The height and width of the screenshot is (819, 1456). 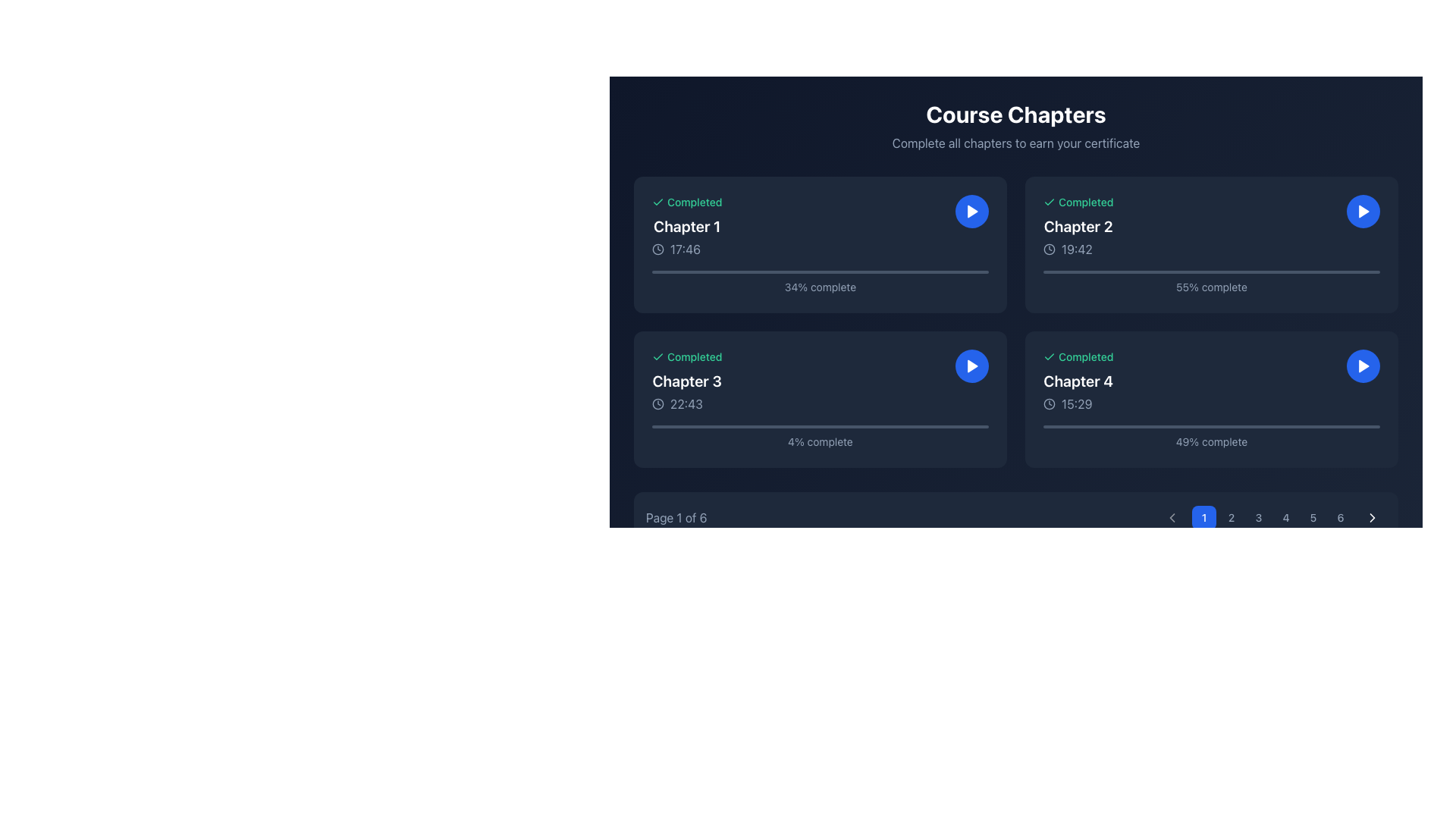 I want to click on the static progress bar indicating the completion of 'Chapter 4', which is located below the duration text '15:29' and above the label '49% complete', so click(x=1211, y=427).